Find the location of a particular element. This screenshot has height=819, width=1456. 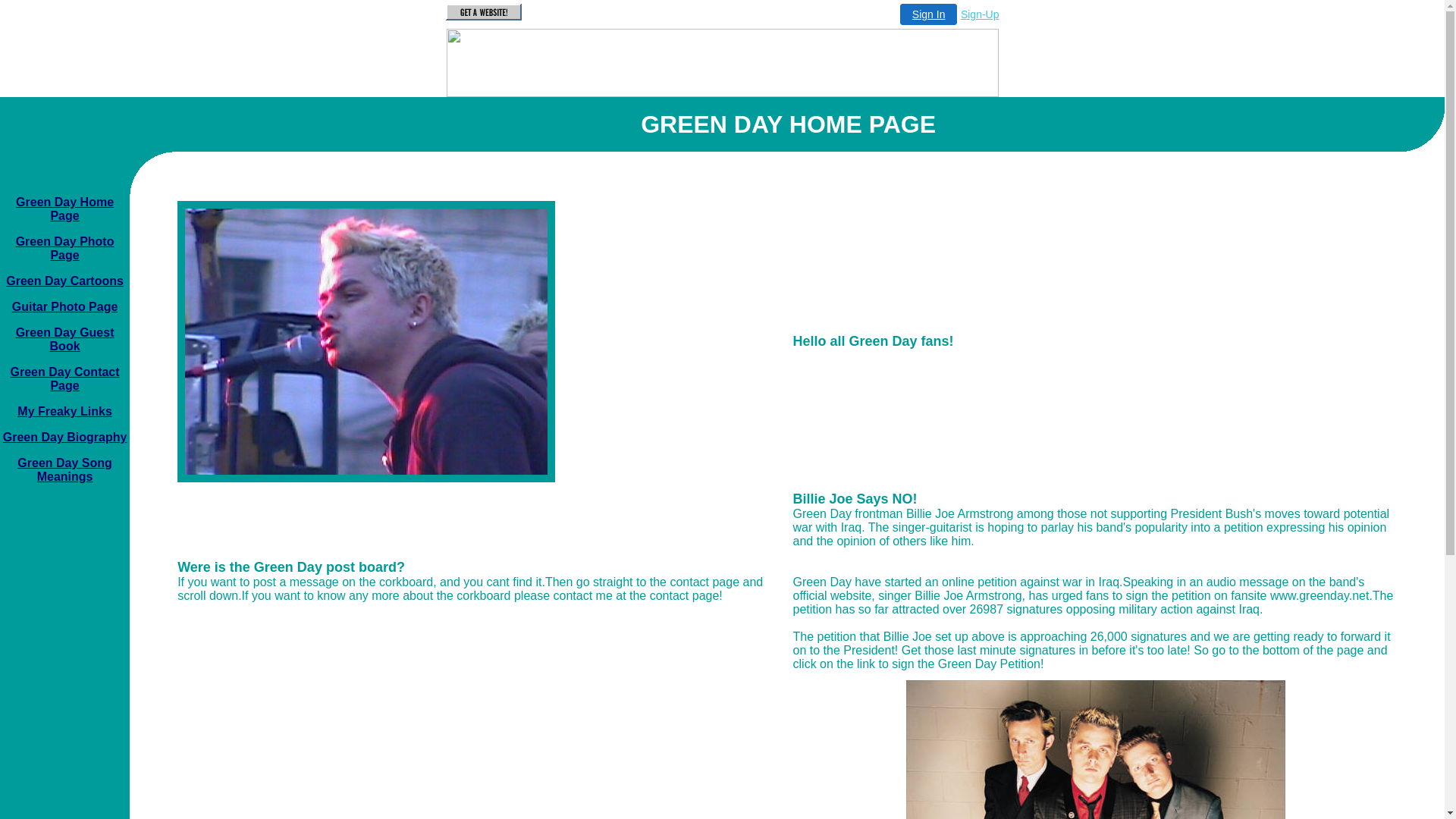

'Sign In' is located at coordinates (927, 14).